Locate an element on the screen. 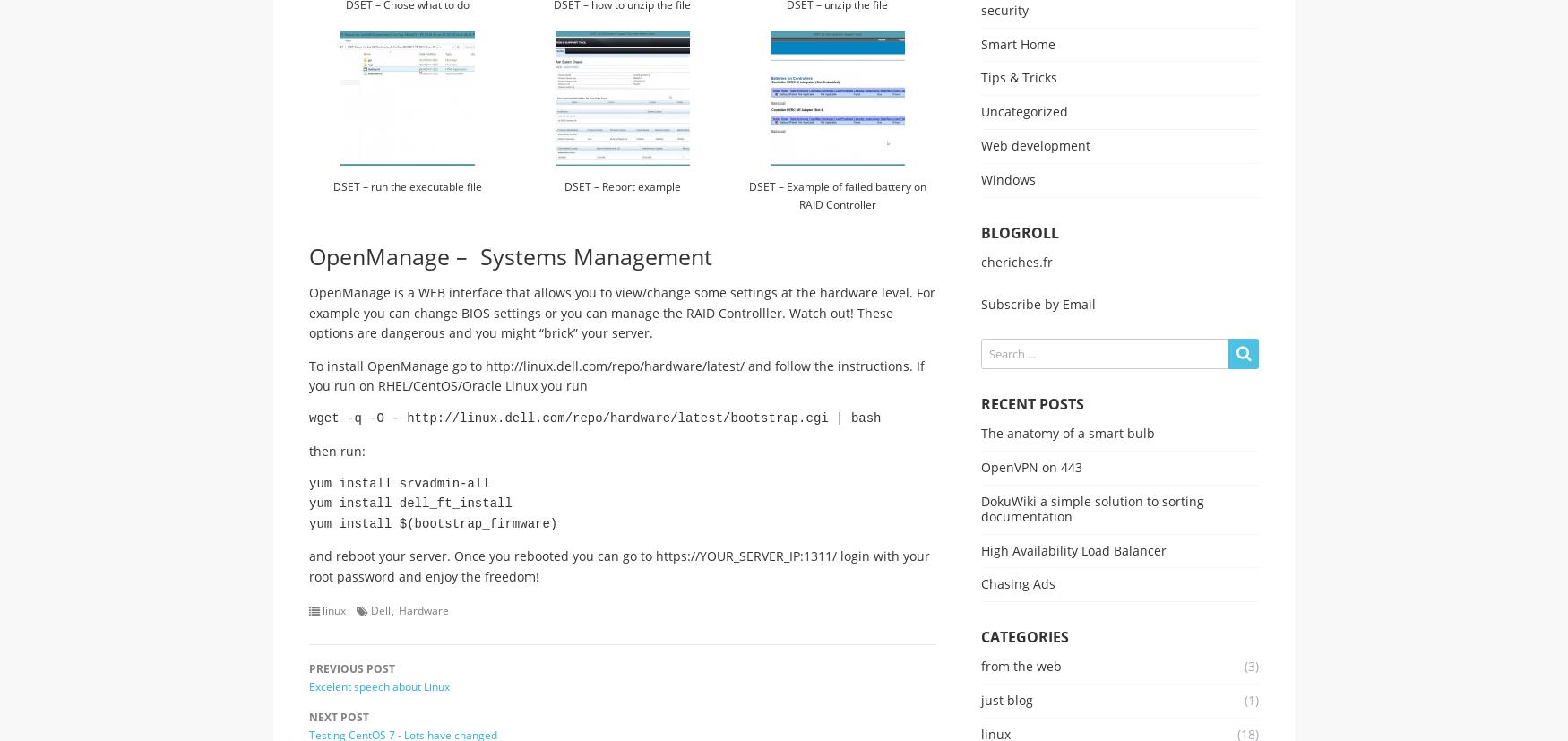  'from the web' is located at coordinates (1020, 665).